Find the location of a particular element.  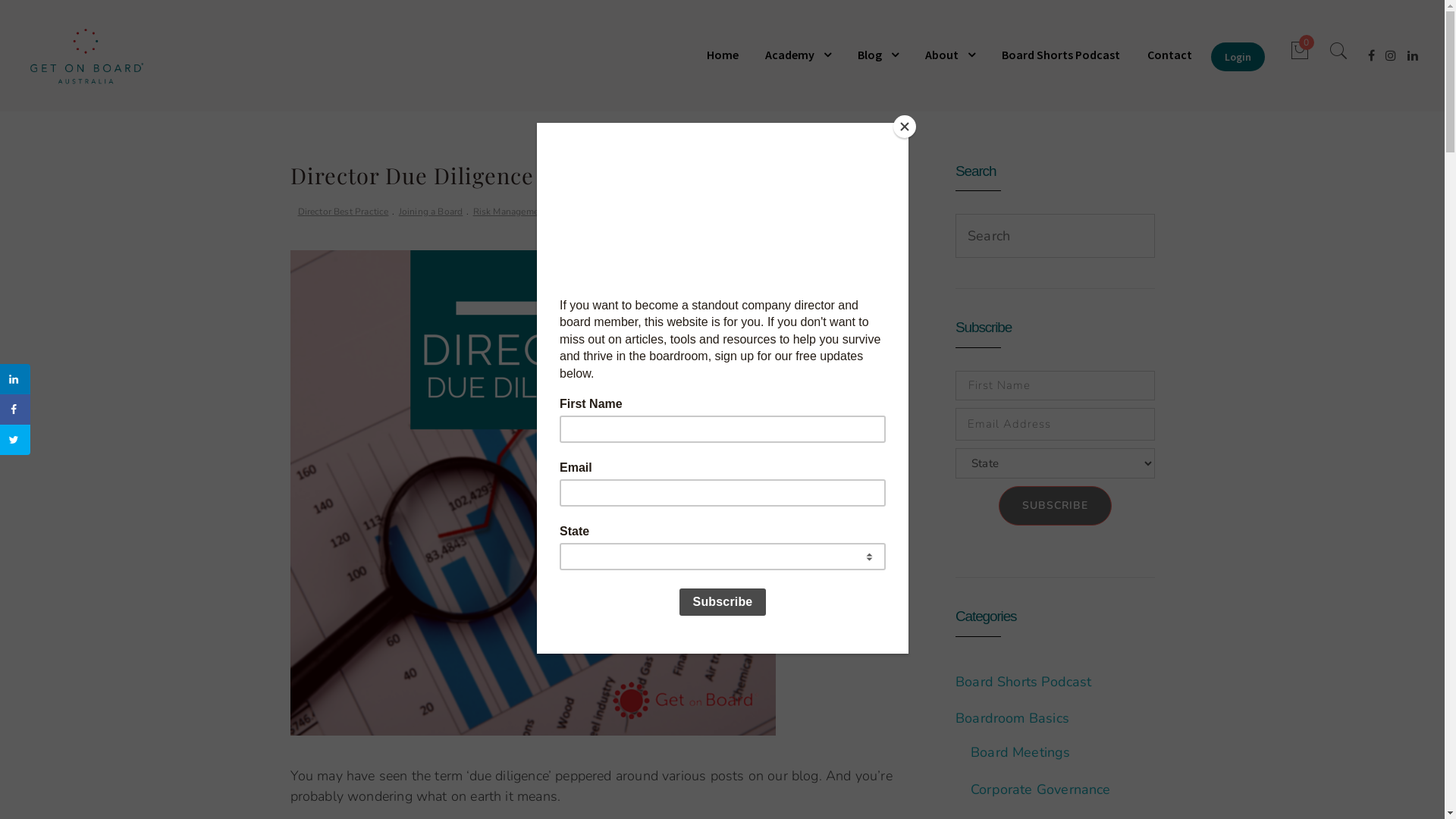

'Joining a Board' is located at coordinates (399, 212).